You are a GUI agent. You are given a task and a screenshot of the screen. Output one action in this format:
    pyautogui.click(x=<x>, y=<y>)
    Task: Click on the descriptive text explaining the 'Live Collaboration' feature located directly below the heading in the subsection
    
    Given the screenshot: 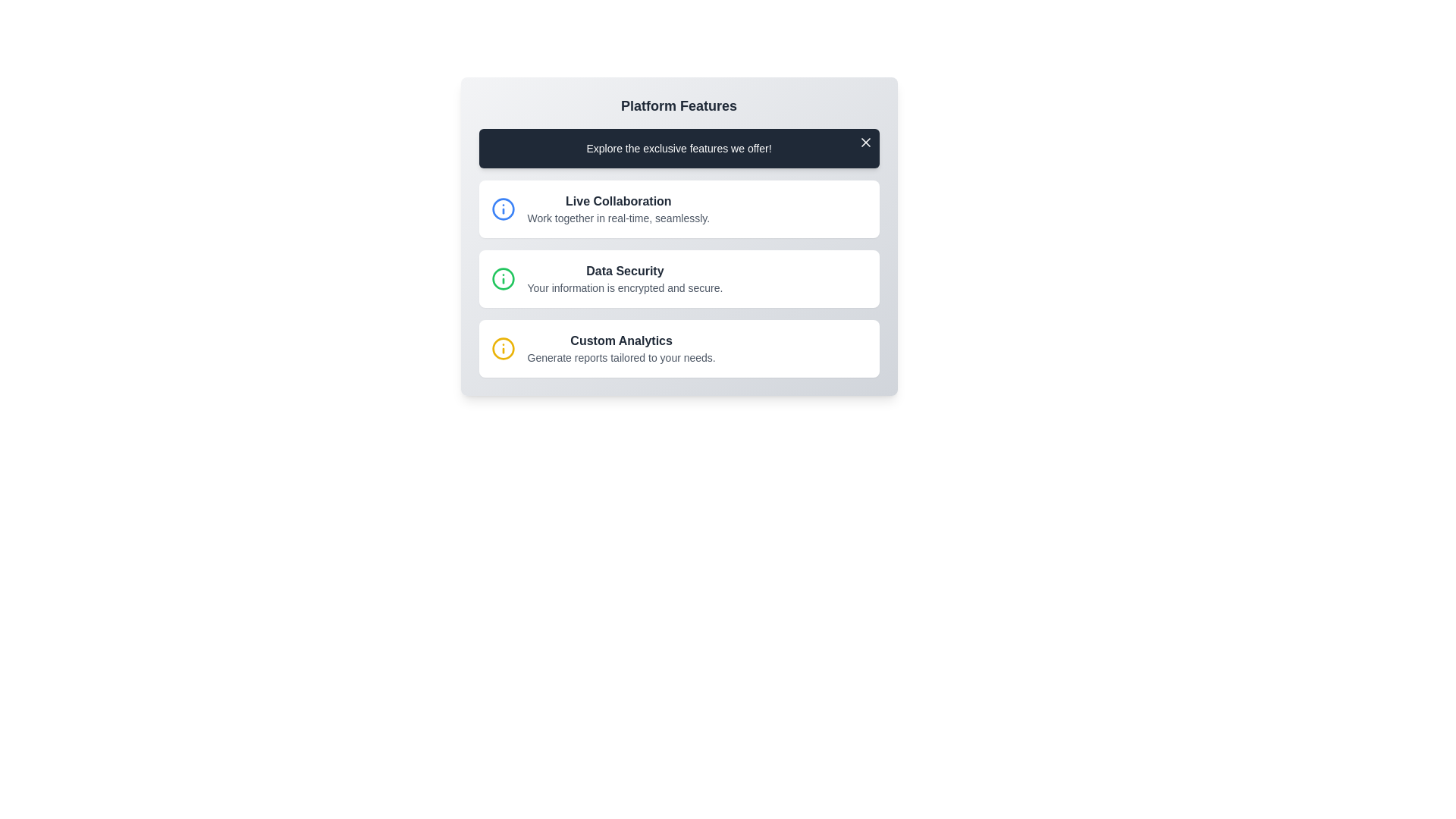 What is the action you would take?
    pyautogui.click(x=618, y=218)
    